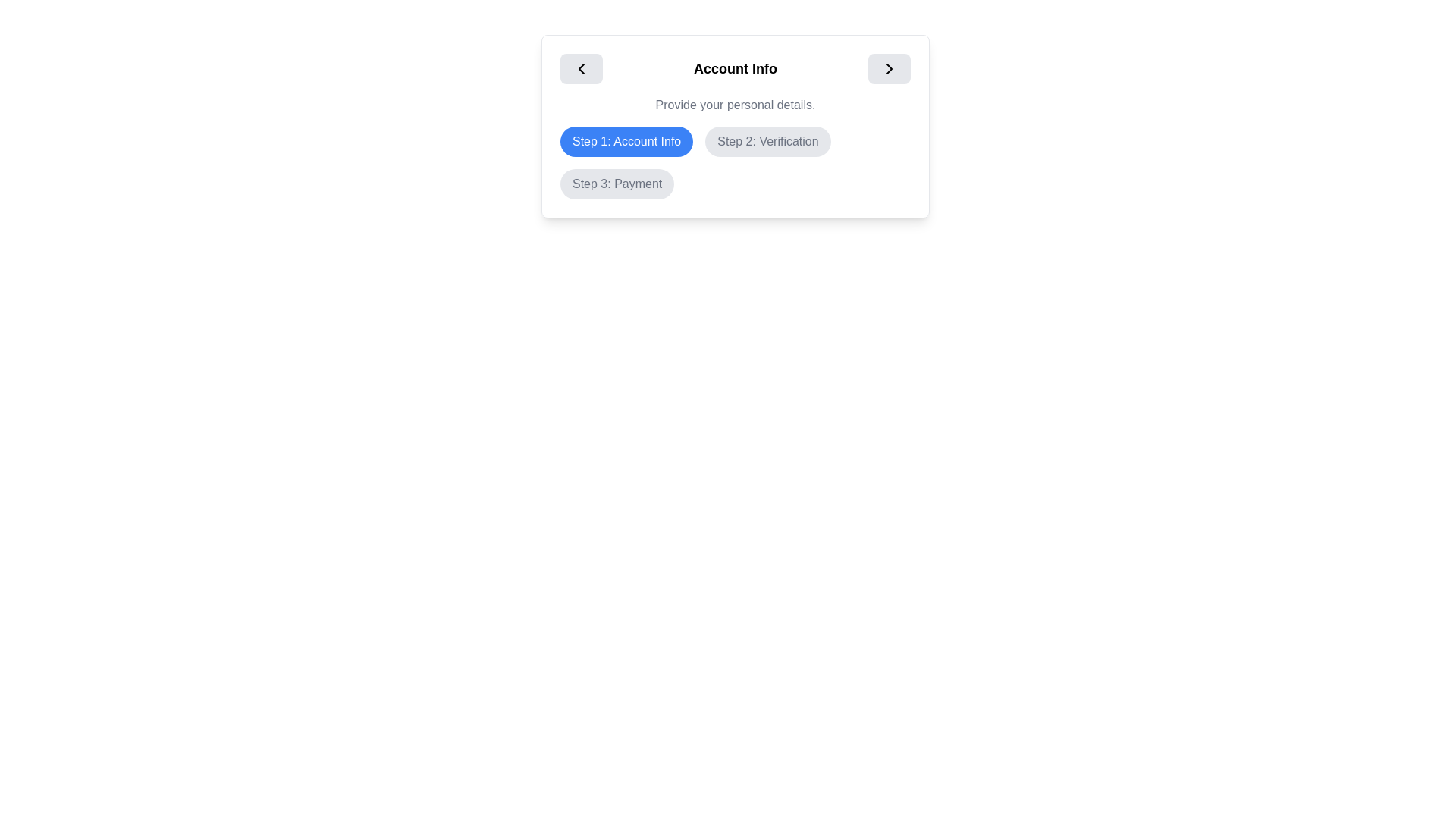 This screenshot has width=1456, height=819. I want to click on the 'Payment' step label button, which signifies the third step in the sequence of actions under 'Account Info', so click(617, 184).